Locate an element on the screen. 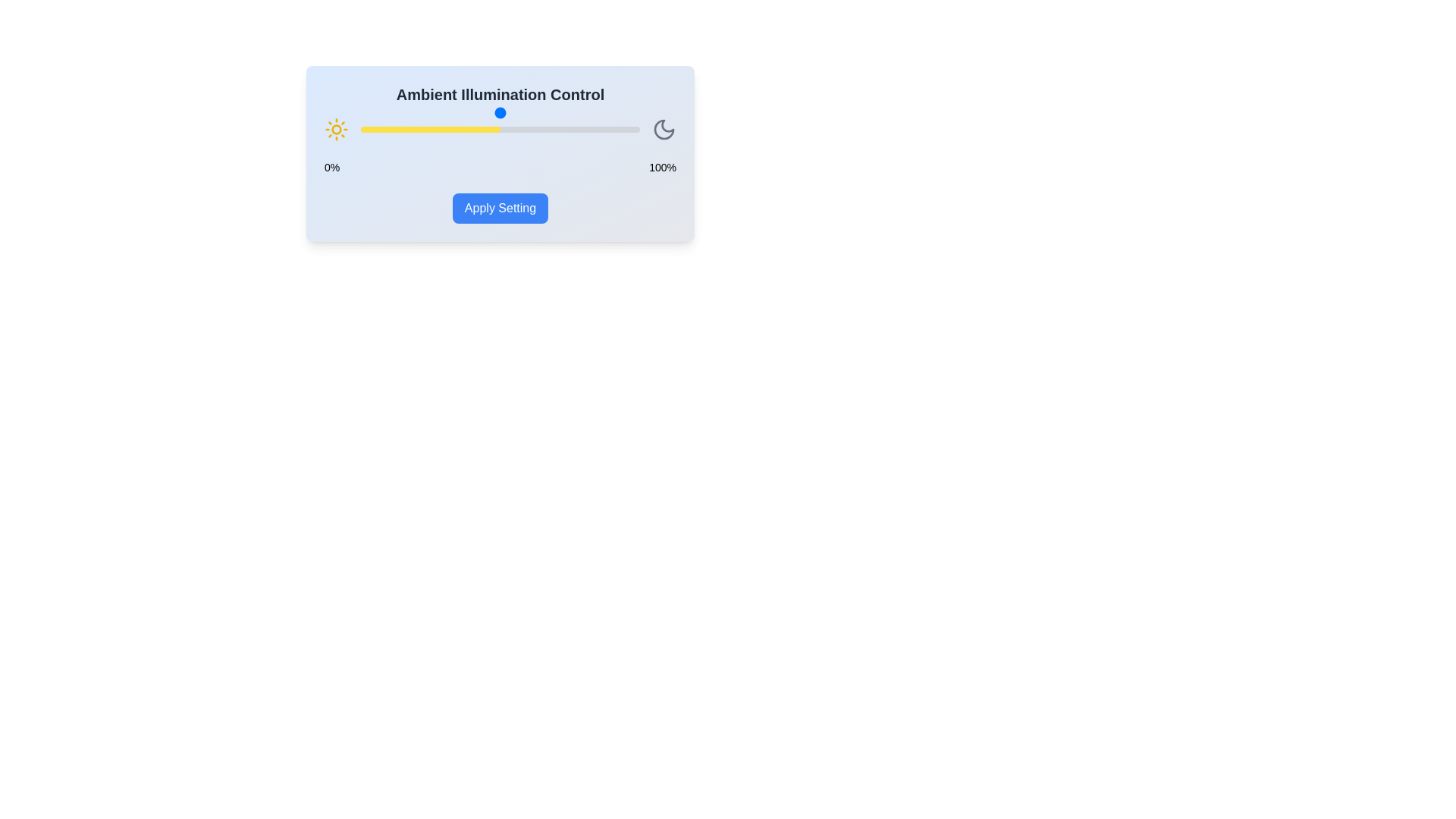 This screenshot has height=819, width=1456. the slider to set the illumination level to 57% is located at coordinates (519, 128).